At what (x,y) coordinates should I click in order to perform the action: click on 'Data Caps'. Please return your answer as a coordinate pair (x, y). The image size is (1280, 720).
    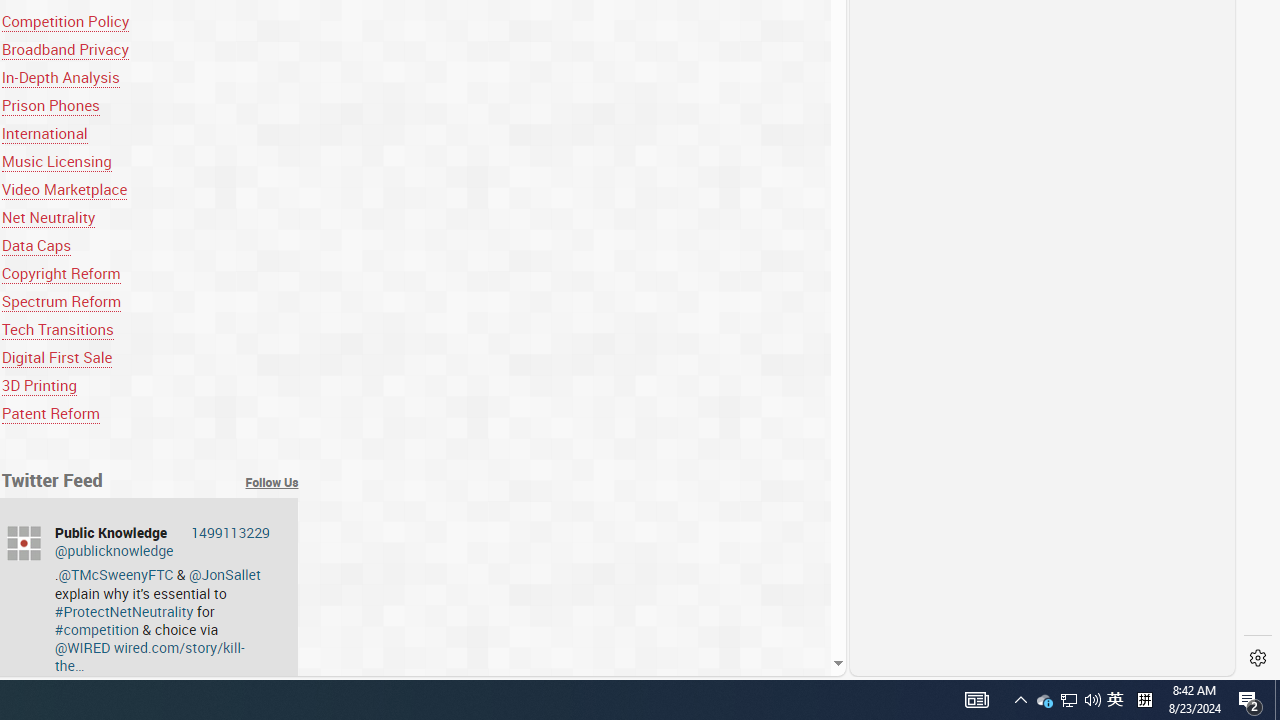
    Looking at the image, I should click on (36, 244).